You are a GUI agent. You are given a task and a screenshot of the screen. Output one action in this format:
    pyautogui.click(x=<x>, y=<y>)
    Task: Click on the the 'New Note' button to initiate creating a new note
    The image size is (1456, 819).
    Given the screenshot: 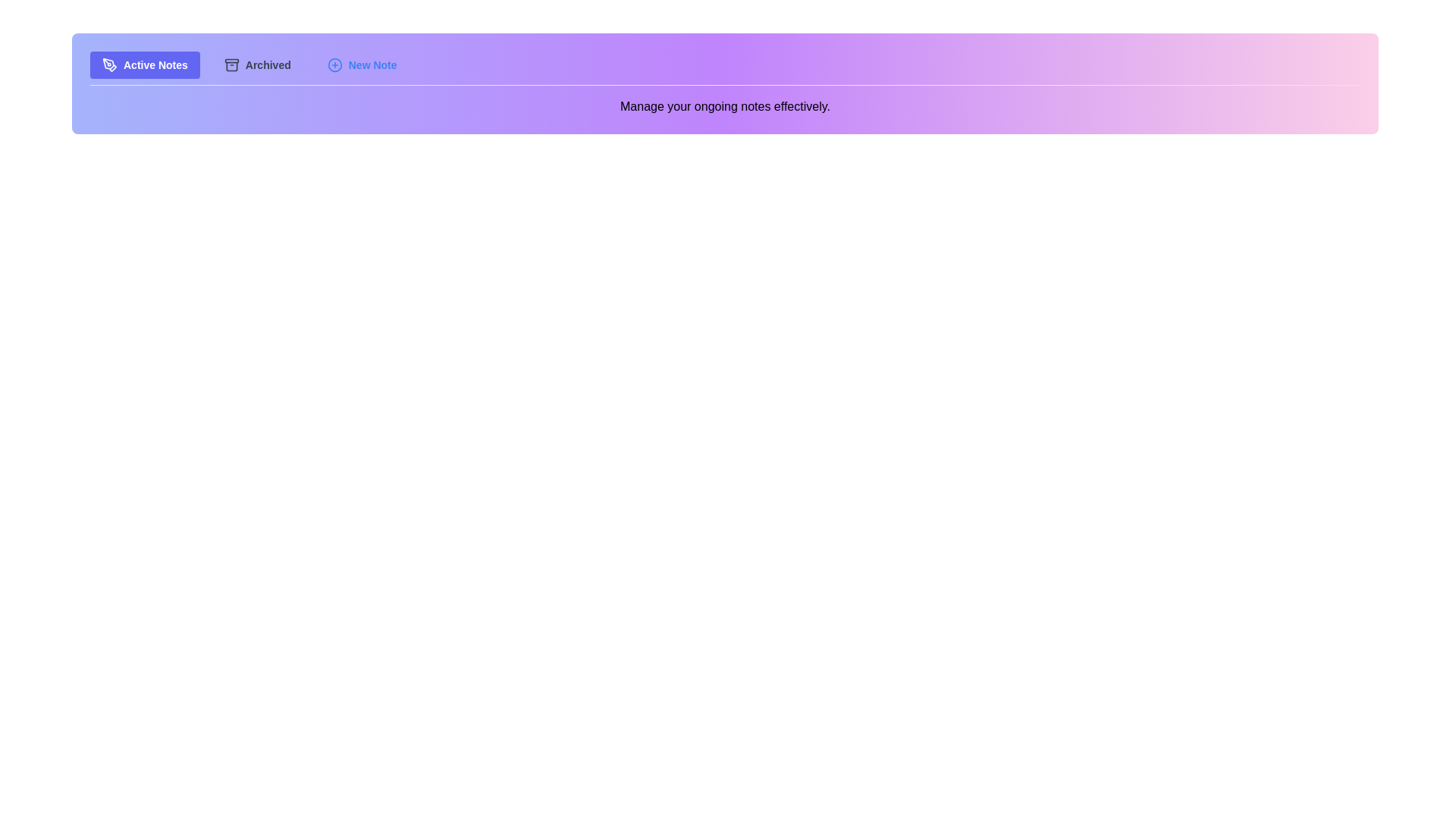 What is the action you would take?
    pyautogui.click(x=361, y=64)
    